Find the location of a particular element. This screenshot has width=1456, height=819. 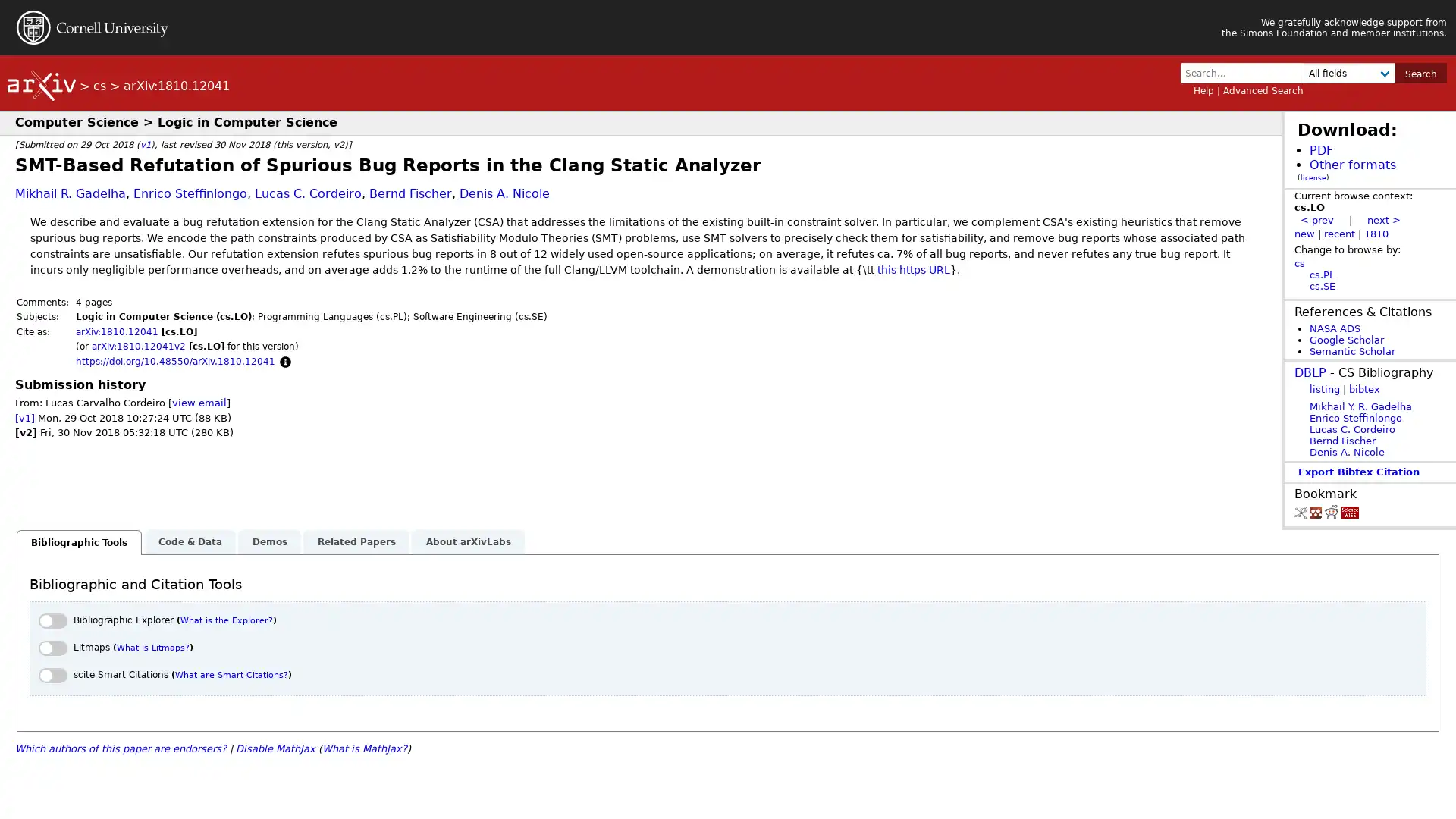

Focus to learn more is located at coordinates (282, 362).